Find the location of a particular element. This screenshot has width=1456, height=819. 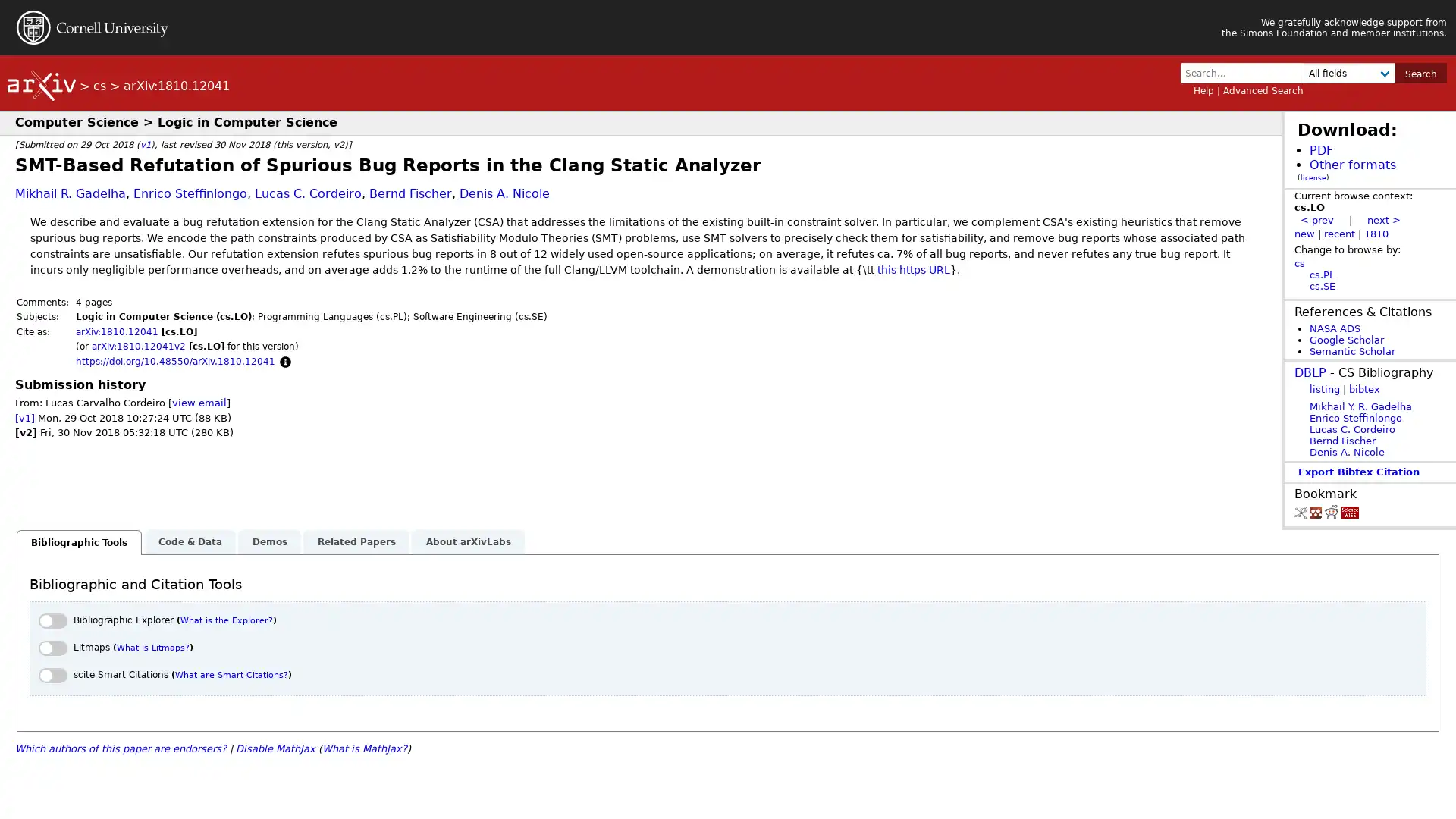

Focus to learn more is located at coordinates (282, 362).